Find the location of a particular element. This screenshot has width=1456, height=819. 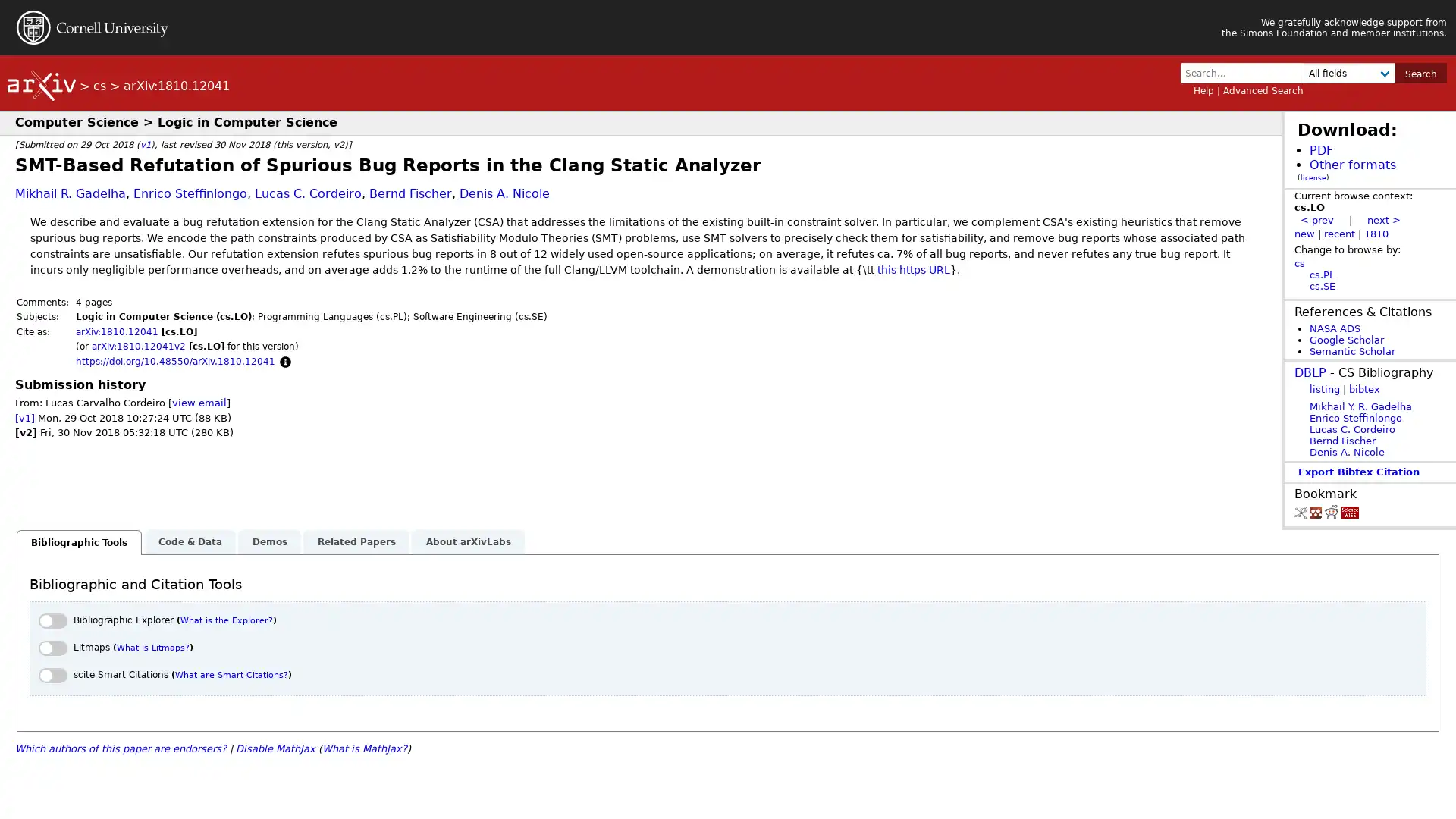

Focus to learn more is located at coordinates (282, 362).